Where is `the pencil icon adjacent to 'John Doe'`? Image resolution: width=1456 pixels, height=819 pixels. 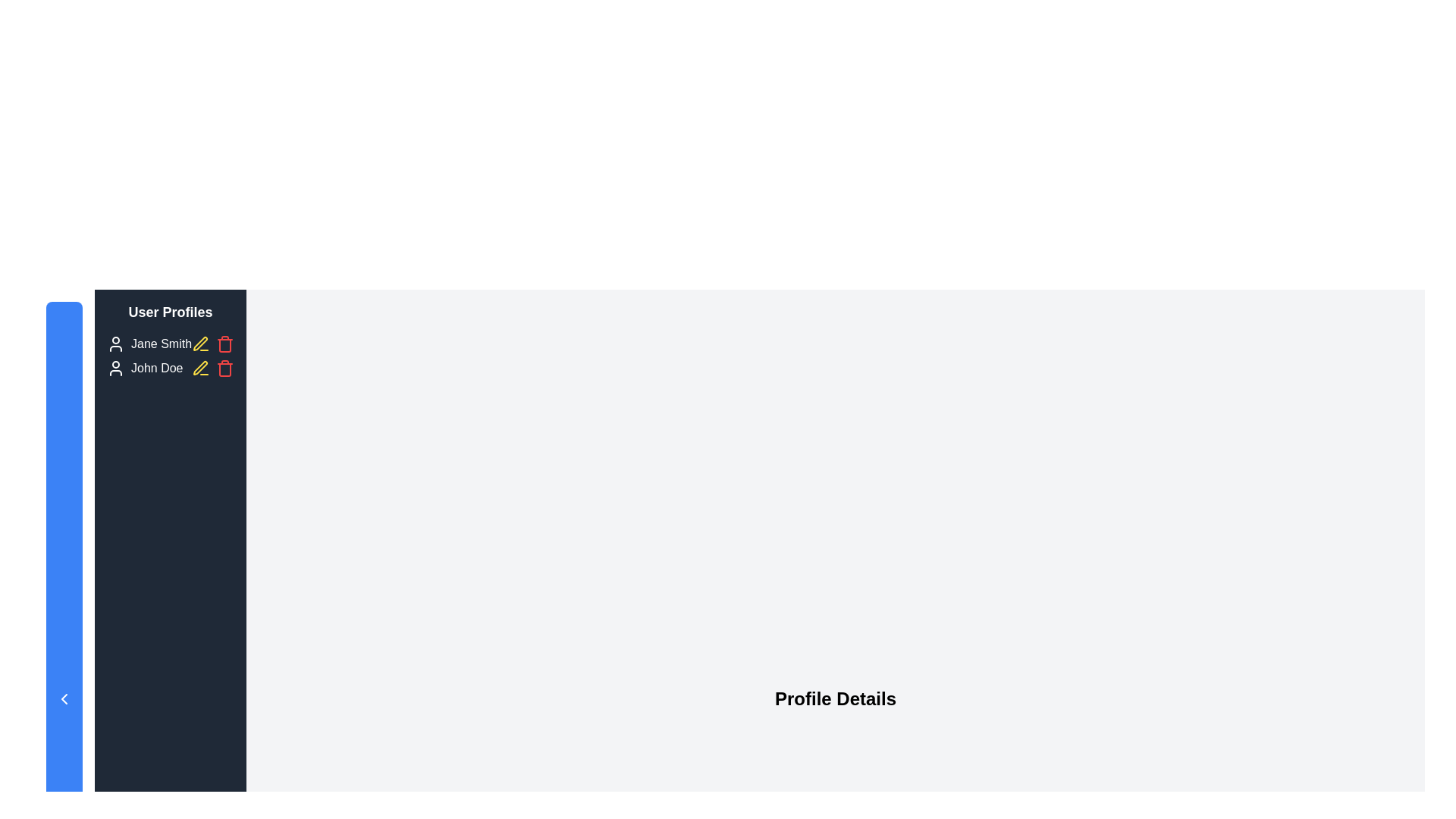
the pencil icon adjacent to 'John Doe' is located at coordinates (199, 344).